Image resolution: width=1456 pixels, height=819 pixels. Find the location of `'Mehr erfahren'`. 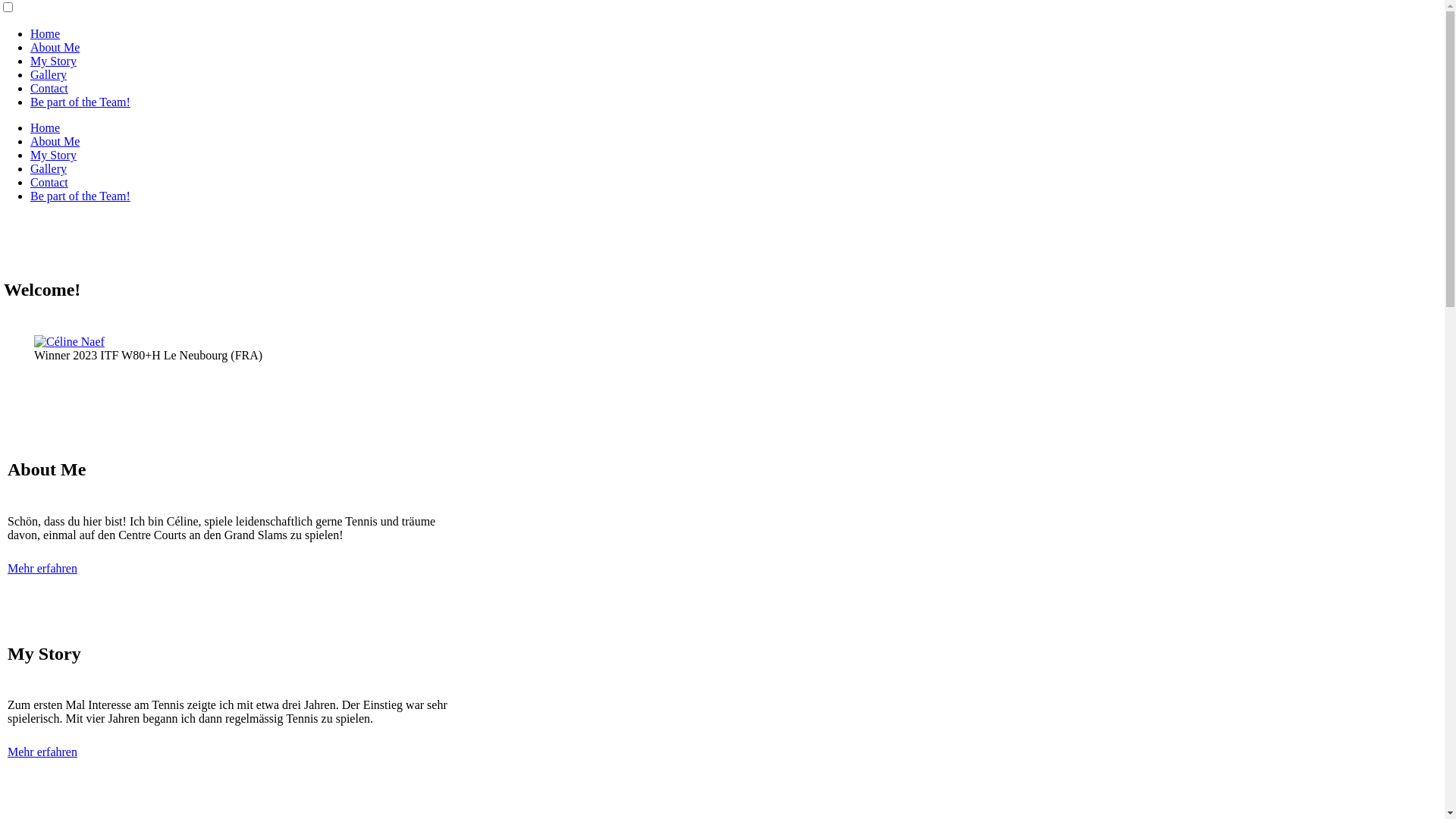

'Mehr erfahren' is located at coordinates (42, 568).